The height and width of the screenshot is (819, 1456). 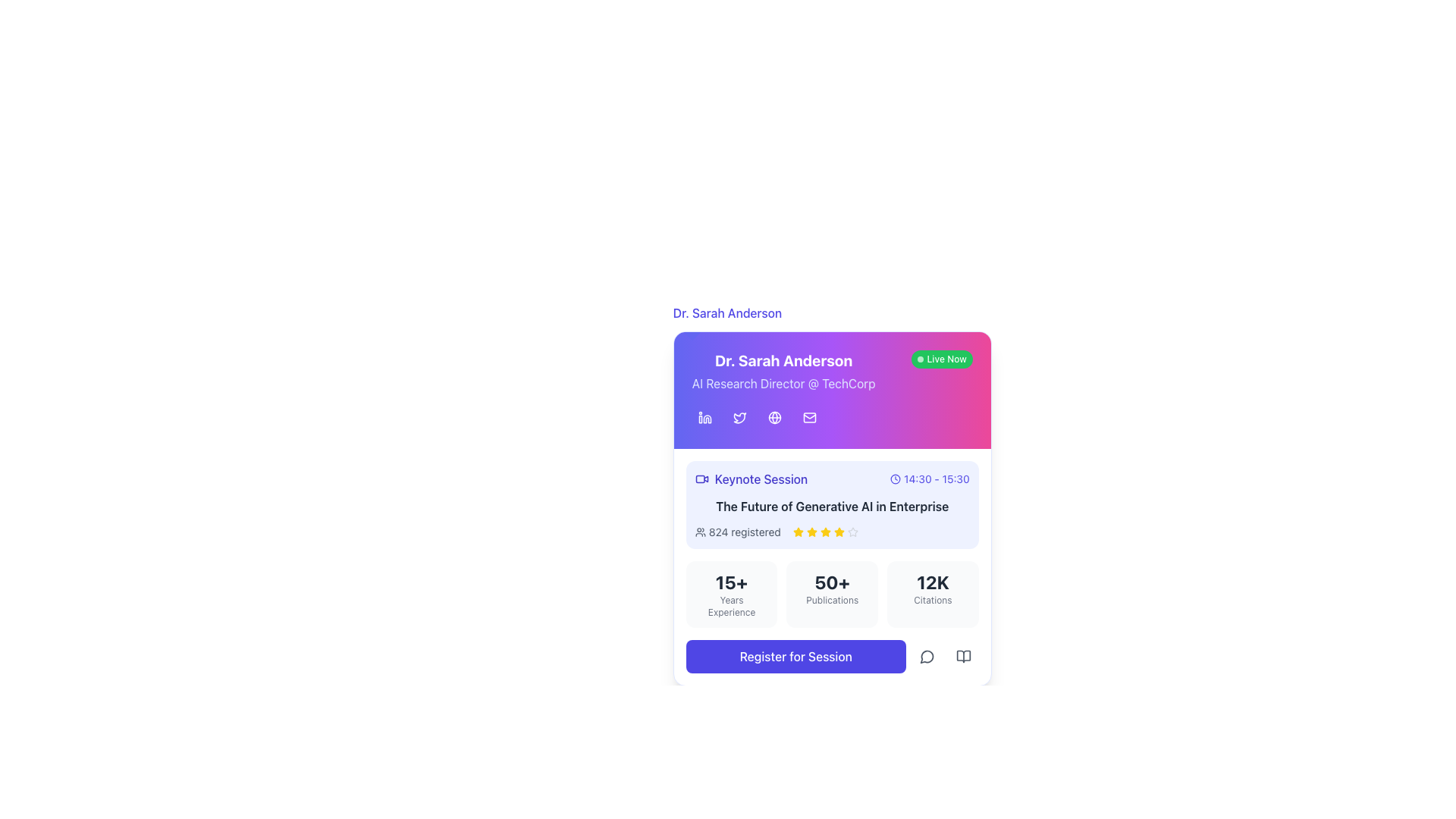 What do you see at coordinates (797, 531) in the screenshot?
I see `the second star in the rating indicator located below the session description section` at bounding box center [797, 531].